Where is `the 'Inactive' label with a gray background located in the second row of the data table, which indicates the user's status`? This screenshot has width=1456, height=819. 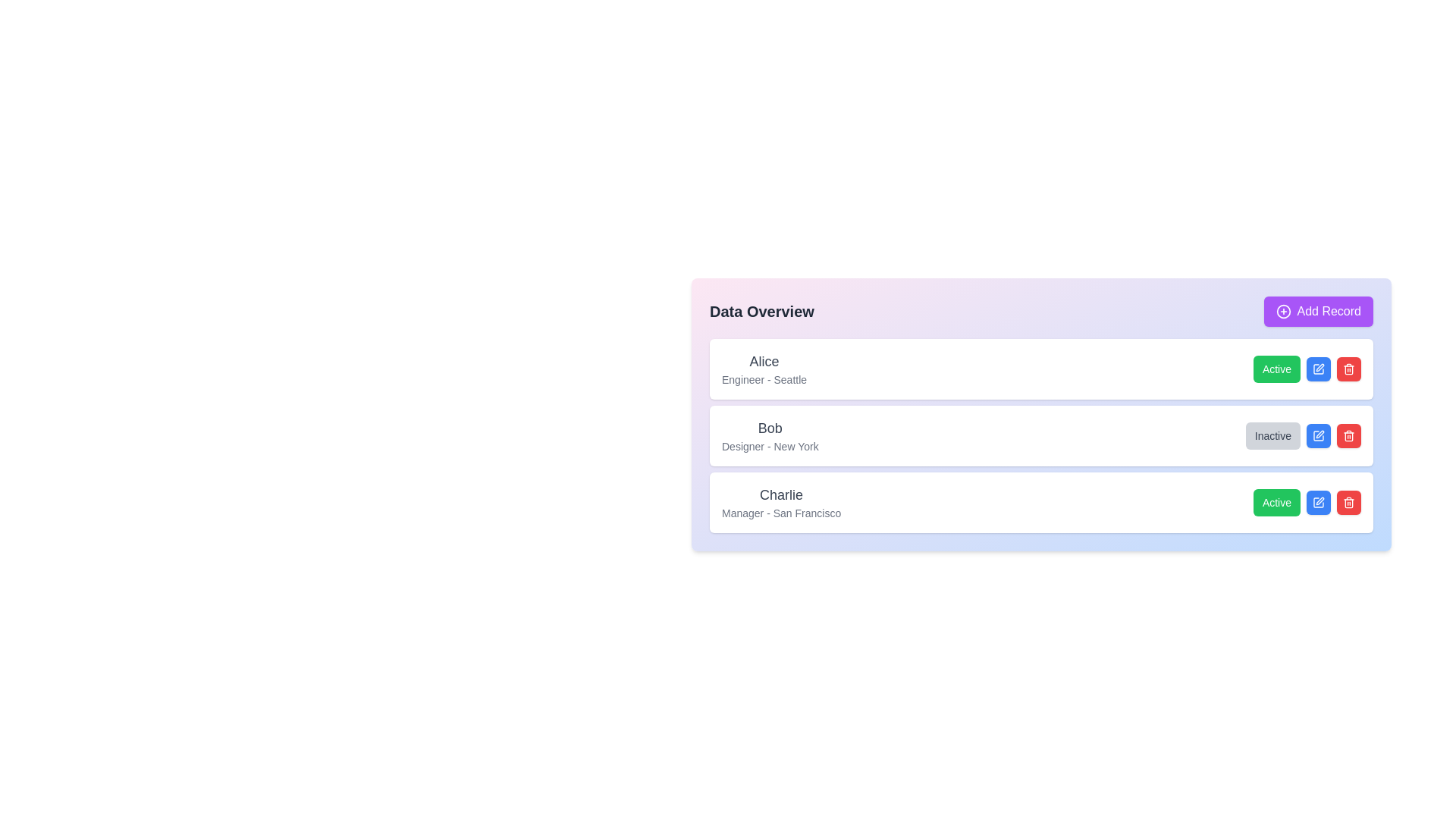
the 'Inactive' label with a gray background located in the second row of the data table, which indicates the user's status is located at coordinates (1272, 435).